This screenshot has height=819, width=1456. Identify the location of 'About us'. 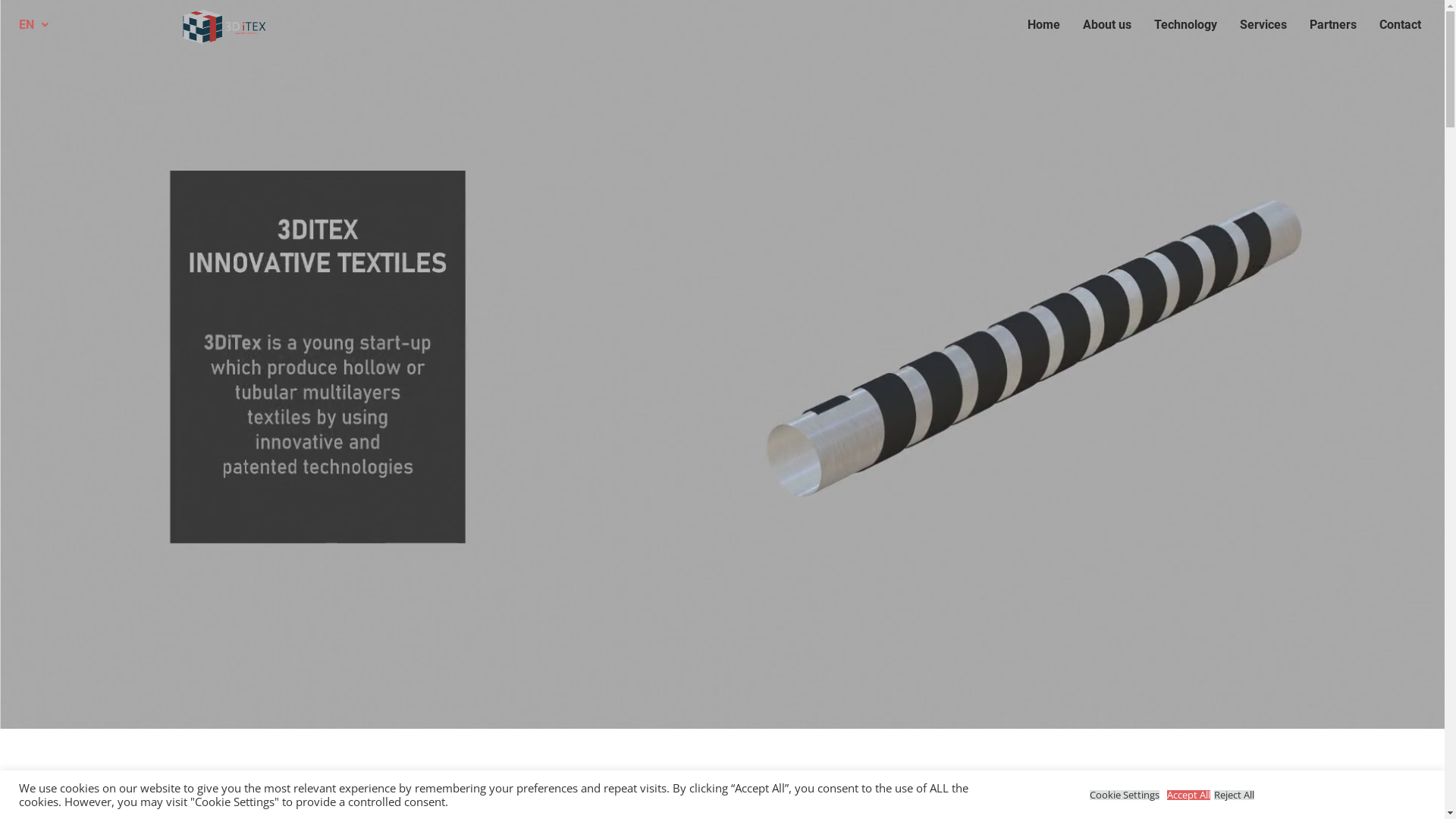
(1106, 25).